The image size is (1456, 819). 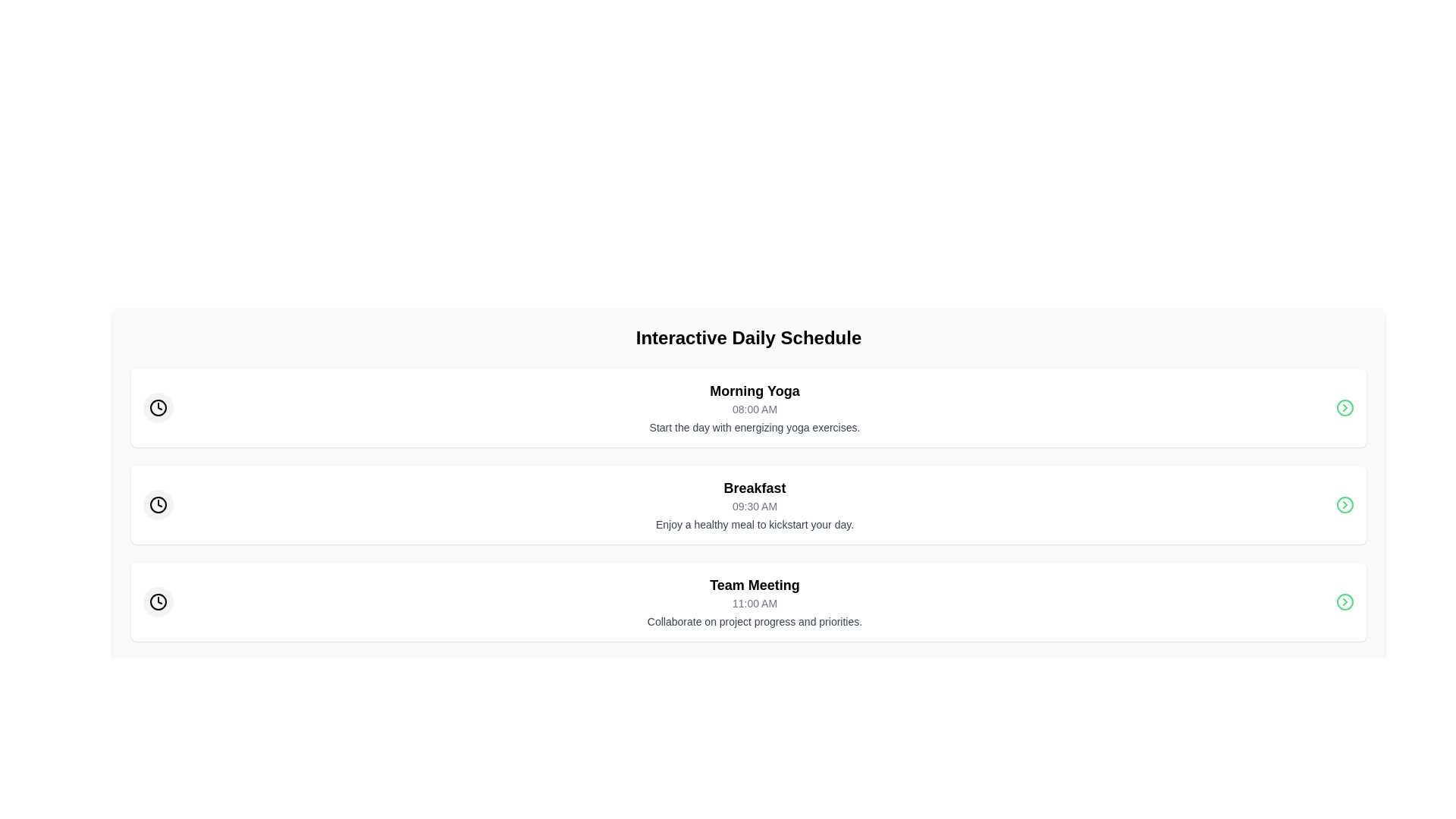 What do you see at coordinates (755, 622) in the screenshot?
I see `the text label providing additional details about the 'Team Meeting' positioned below the time '11:00 AM'` at bounding box center [755, 622].